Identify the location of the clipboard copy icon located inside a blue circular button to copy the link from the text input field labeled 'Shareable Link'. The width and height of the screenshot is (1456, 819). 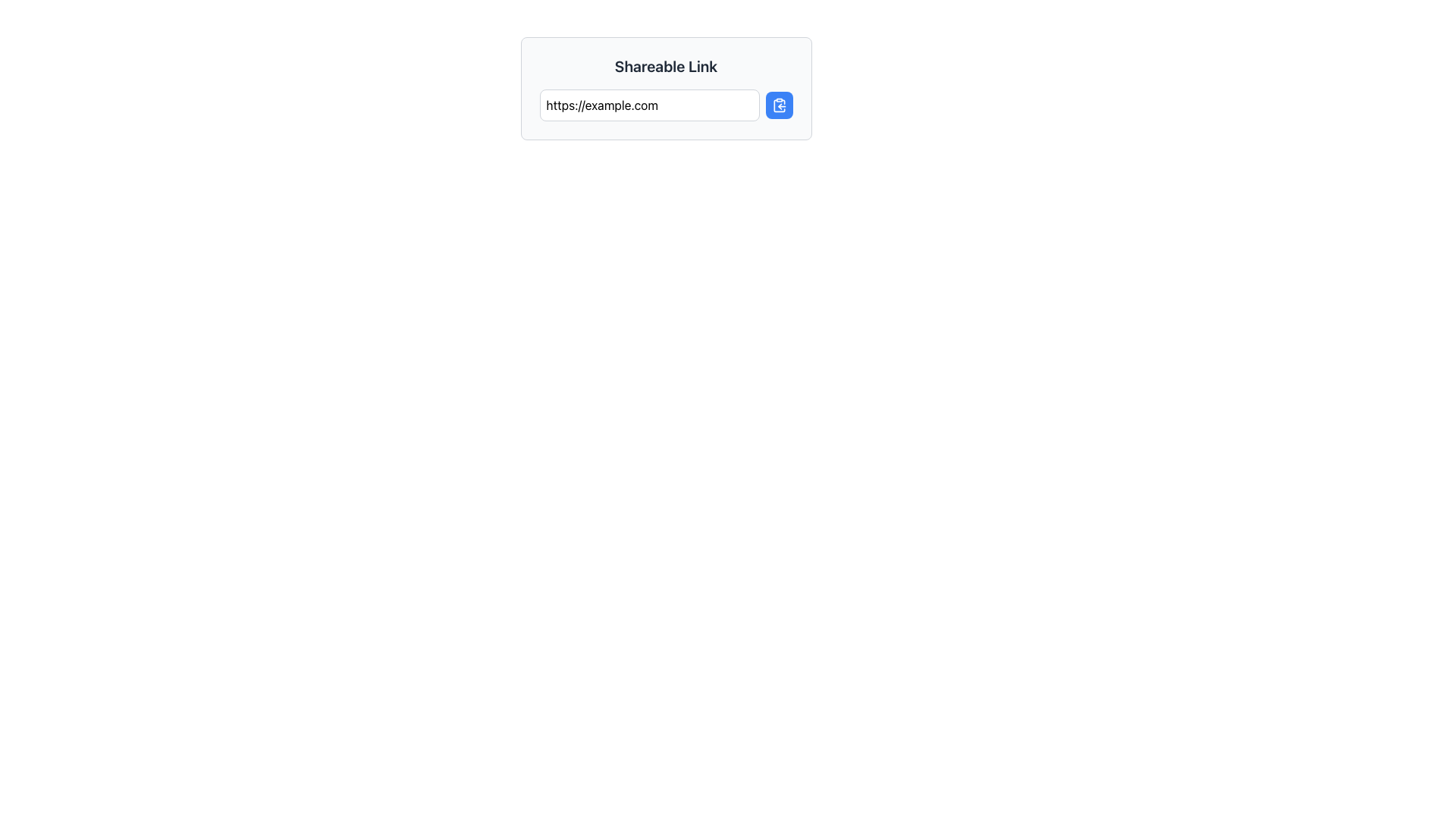
(779, 104).